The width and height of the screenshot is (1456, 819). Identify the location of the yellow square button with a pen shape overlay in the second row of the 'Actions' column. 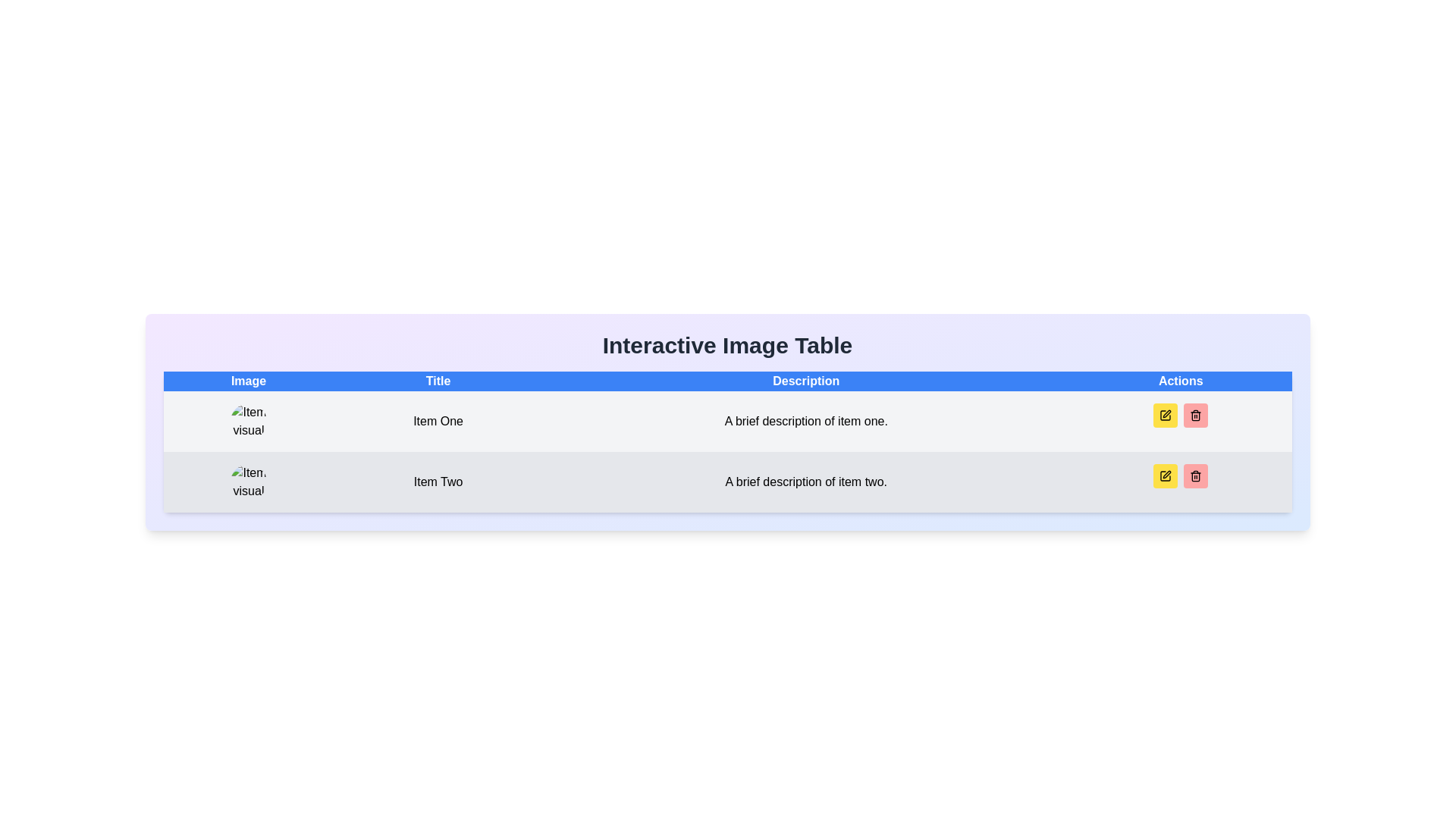
(1165, 475).